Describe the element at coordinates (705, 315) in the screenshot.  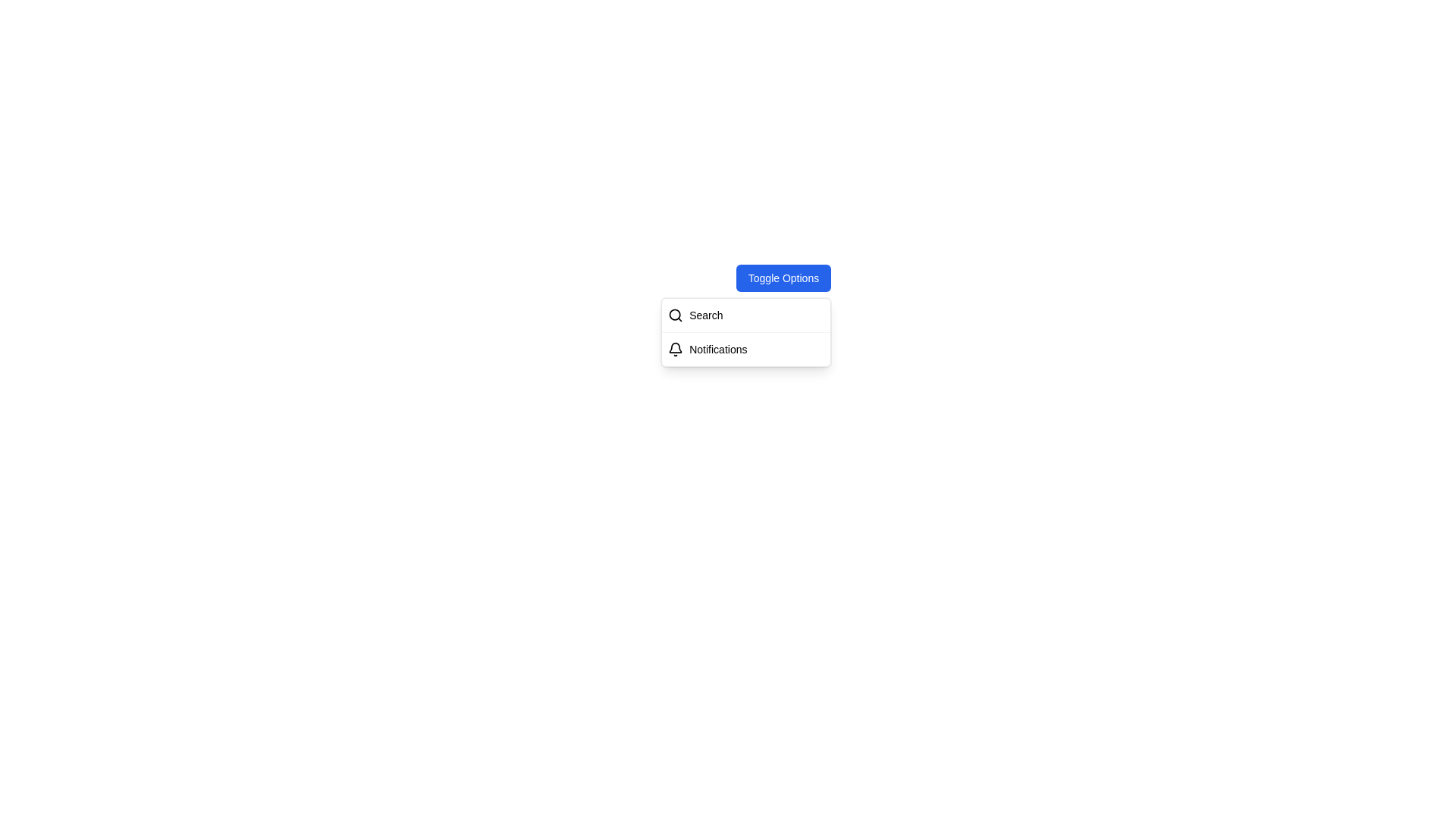
I see `the 'Search' text label, which is black and positioned in a dropdown menu below the 'Toggle Options' button, next to a magnifying glass icon` at that location.